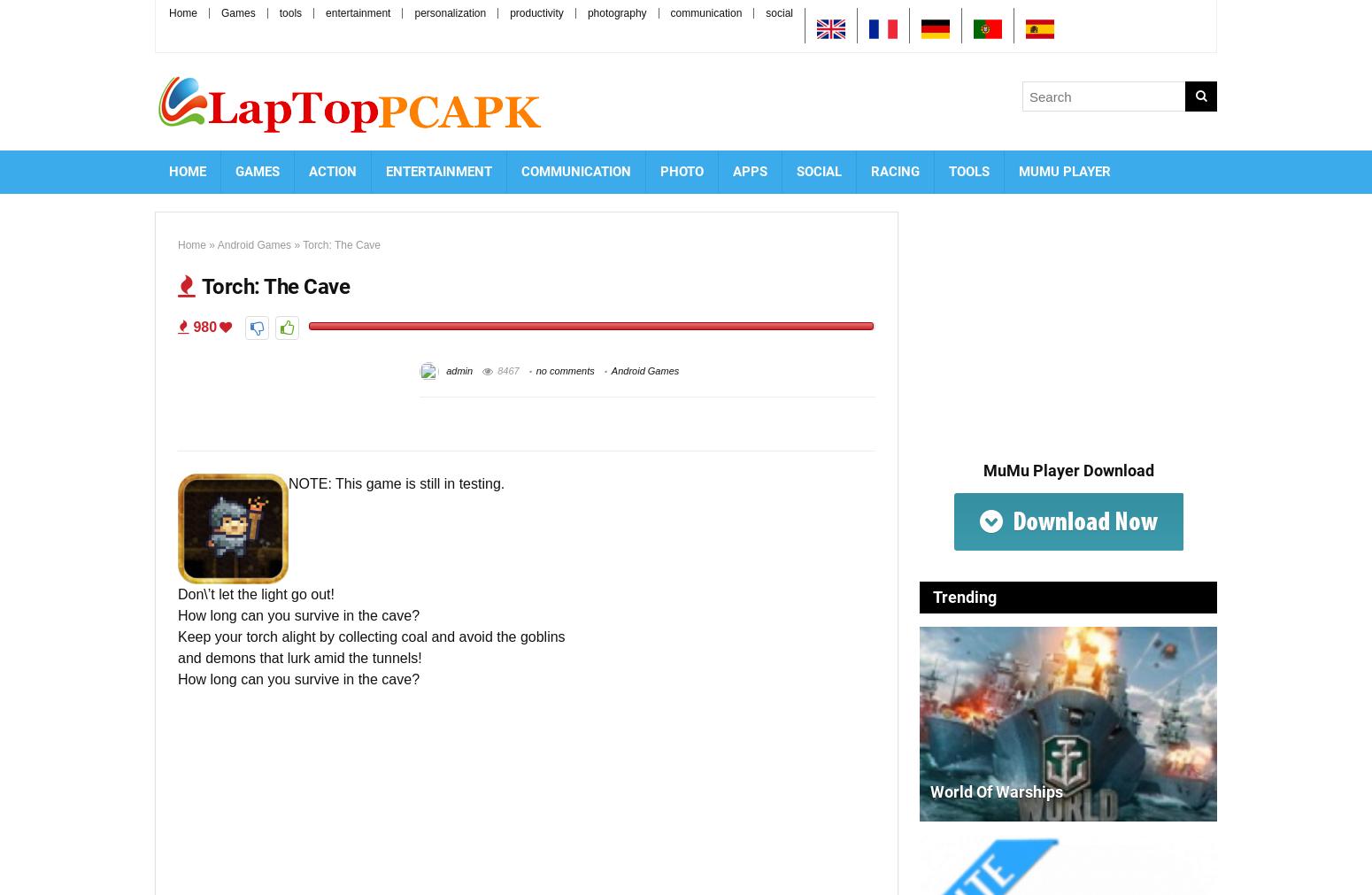 The width and height of the screenshot is (1372, 895). What do you see at coordinates (324, 12) in the screenshot?
I see `'entertainment'` at bounding box center [324, 12].